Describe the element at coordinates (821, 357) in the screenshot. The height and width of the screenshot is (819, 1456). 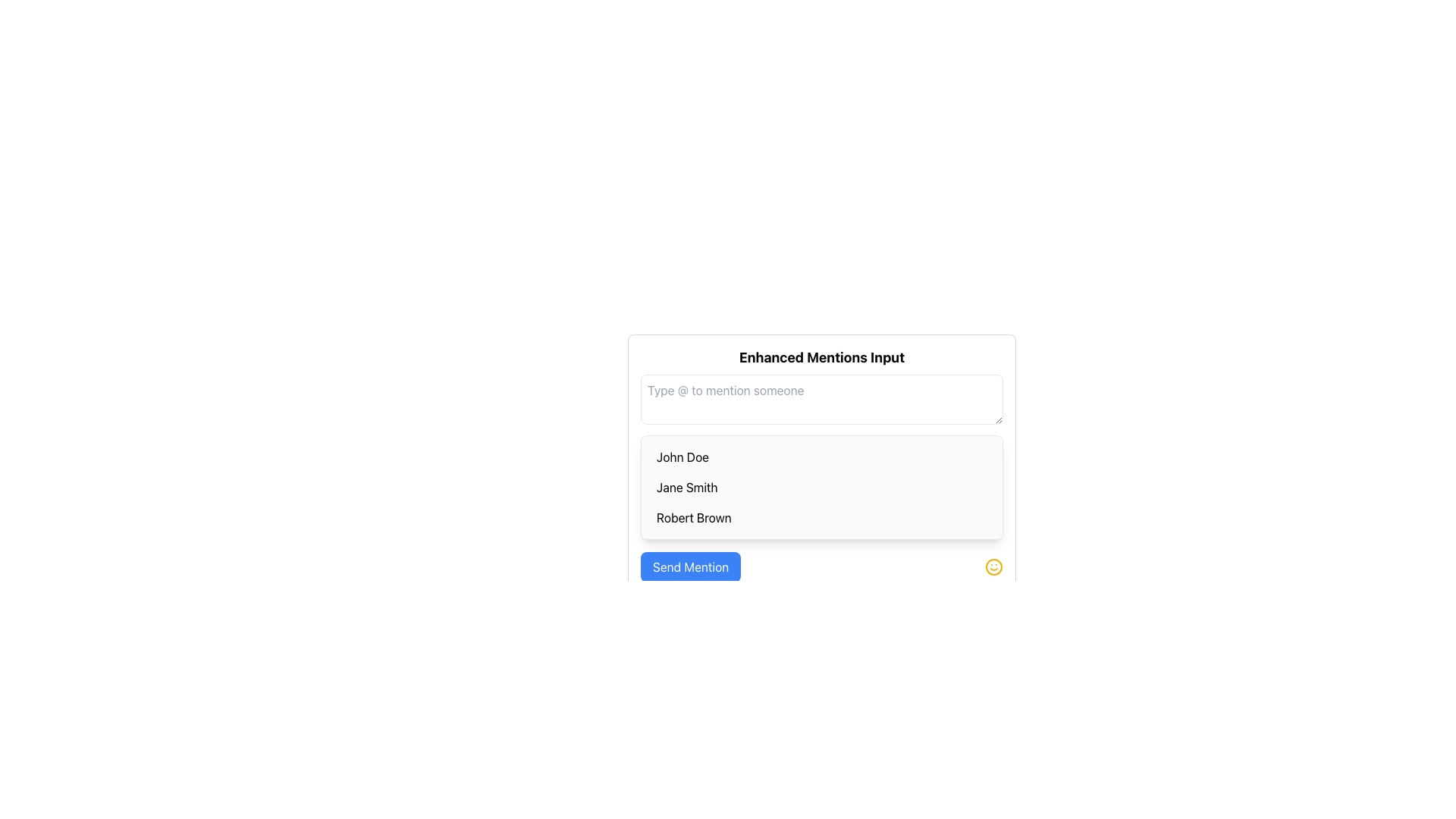
I see `the Text Label at the top of the section, which serves as the title or header for the input section` at that location.